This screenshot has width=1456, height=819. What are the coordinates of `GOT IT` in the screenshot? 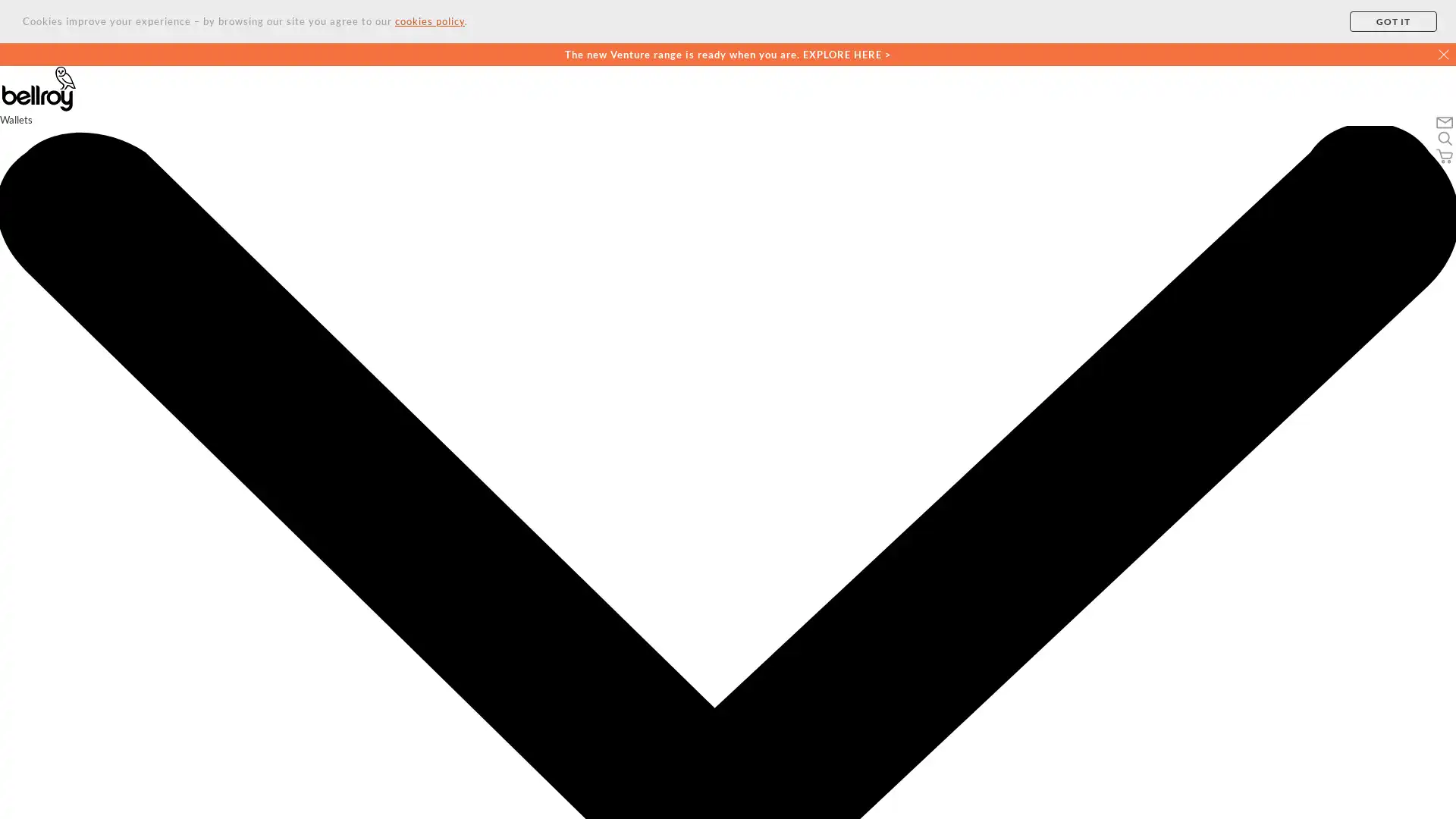 It's located at (1393, 21).